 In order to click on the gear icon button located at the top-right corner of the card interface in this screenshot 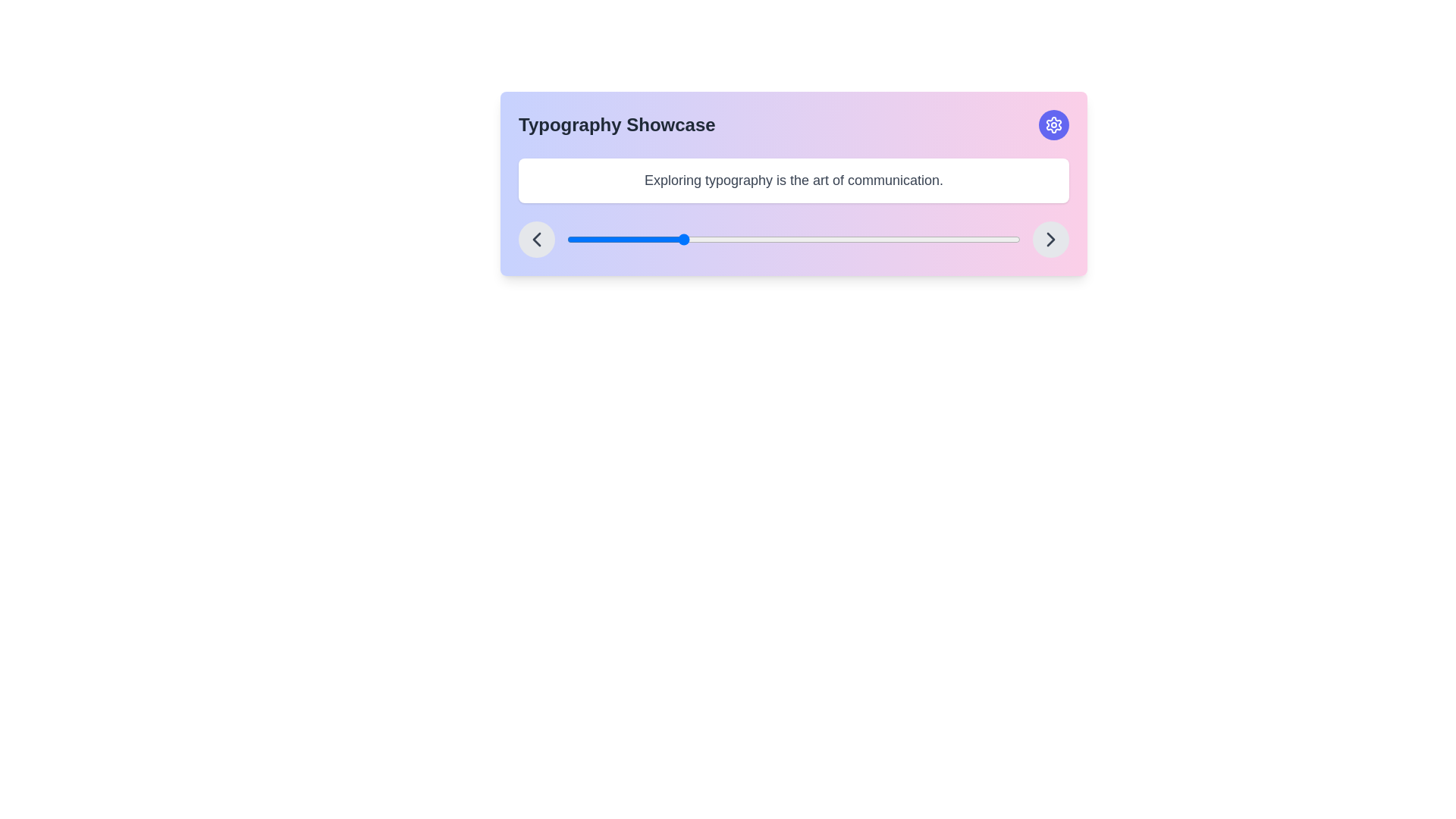, I will do `click(1053, 124)`.